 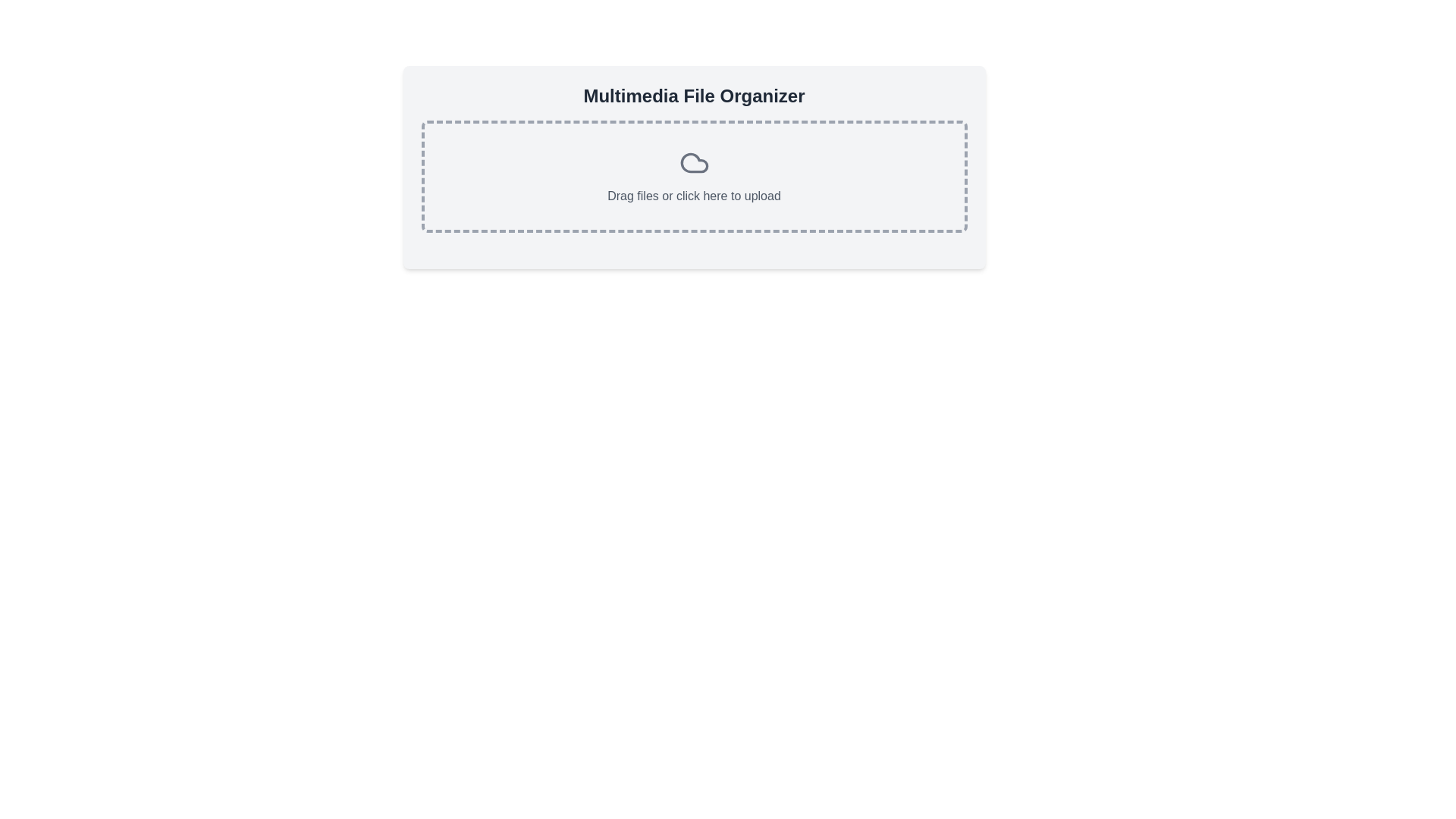 What do you see at coordinates (693, 163) in the screenshot?
I see `the cloud icon element, which is a minimalistic outlined shape located within the upload area, slightly above the 'Drag files or click here to upload' text` at bounding box center [693, 163].